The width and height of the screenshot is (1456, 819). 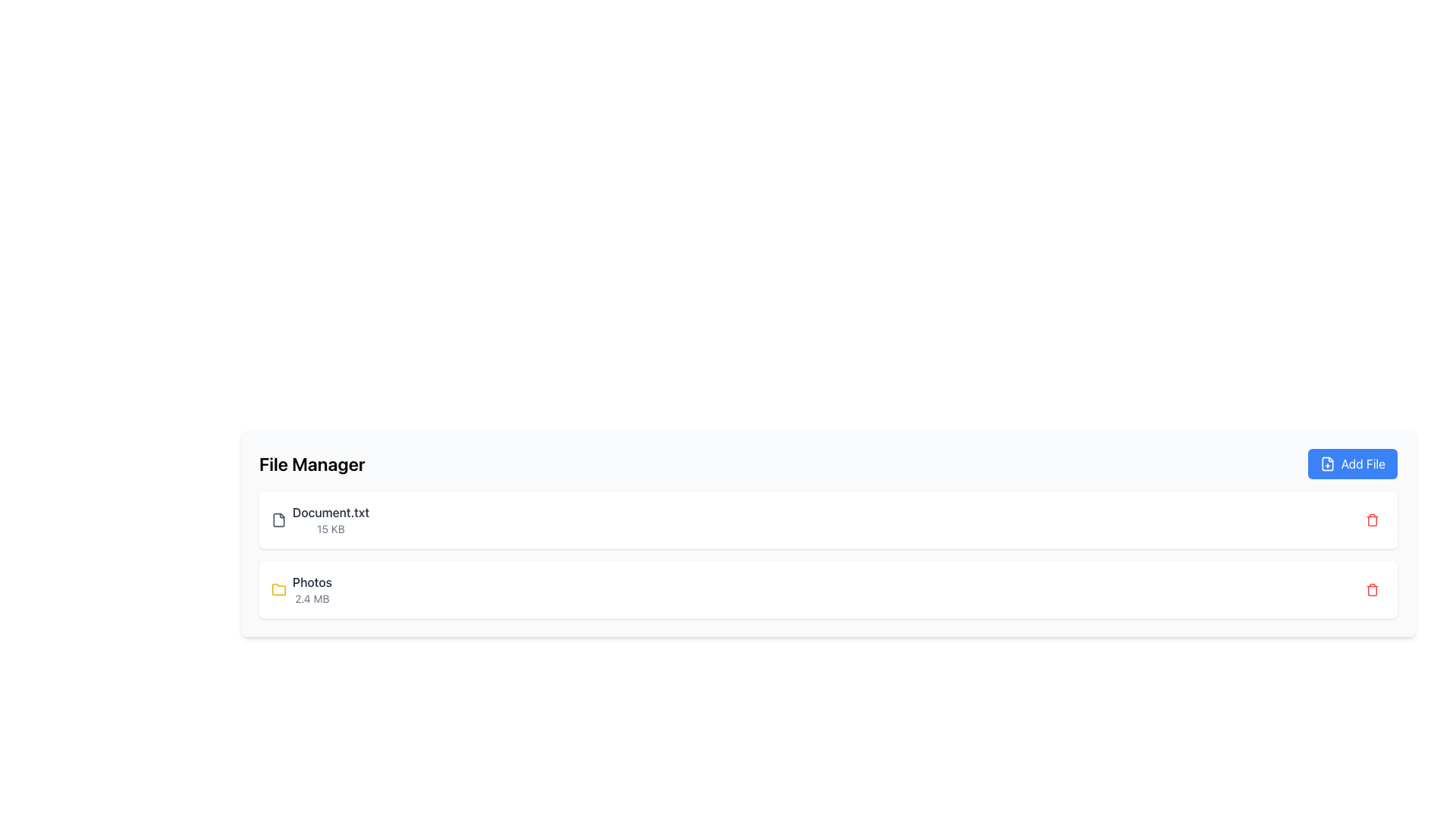 I want to click on the 'Add File' label, which is located in the top-right corner of the interface above the file list, within a blue rounded button that includes a file icon with a plus symbol, so click(x=1363, y=463).